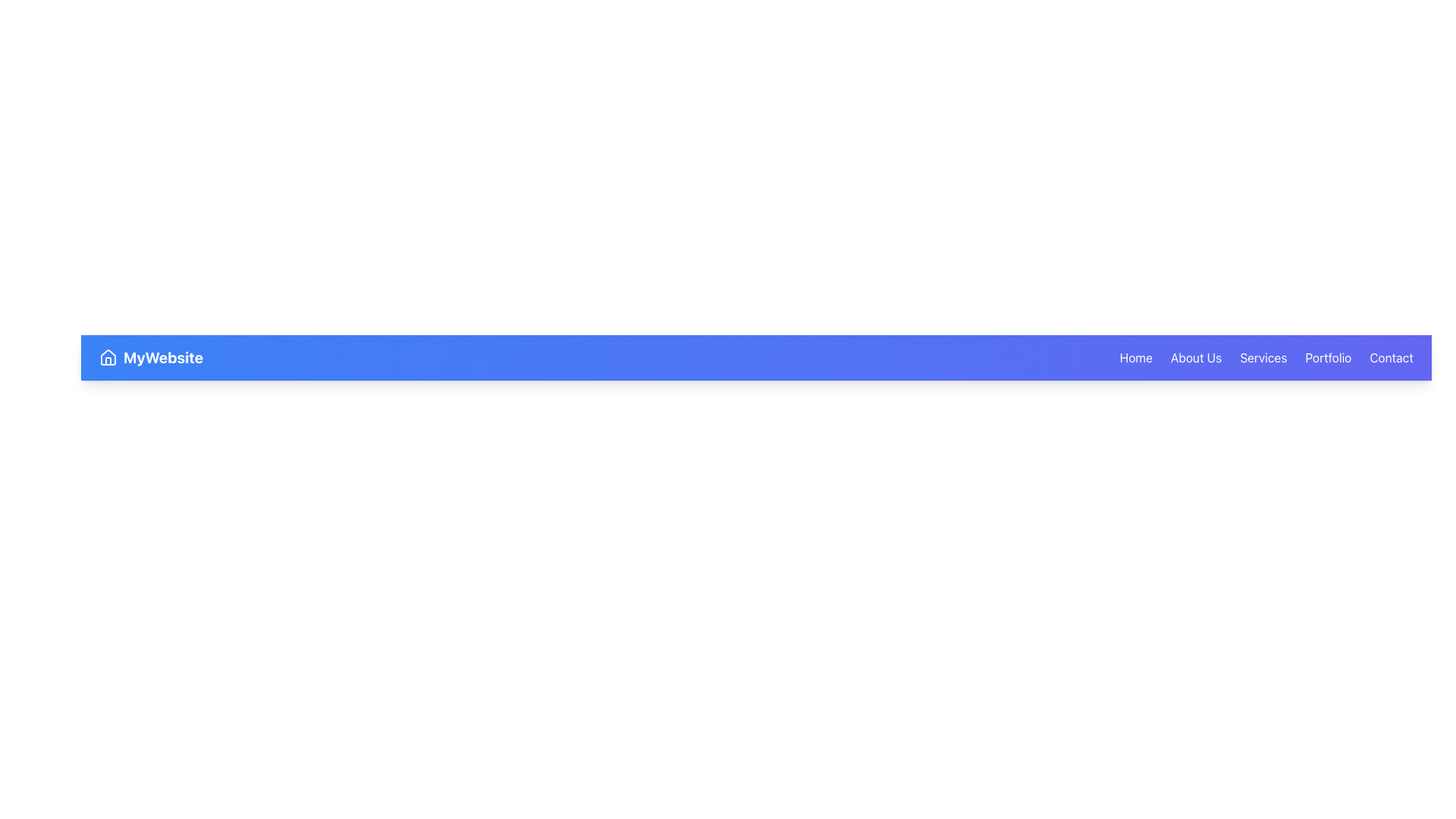  I want to click on the 'About Us' navigation link, which is styled with white text on a blue background and is the second item in the horizontal navigation menu, so click(1195, 357).